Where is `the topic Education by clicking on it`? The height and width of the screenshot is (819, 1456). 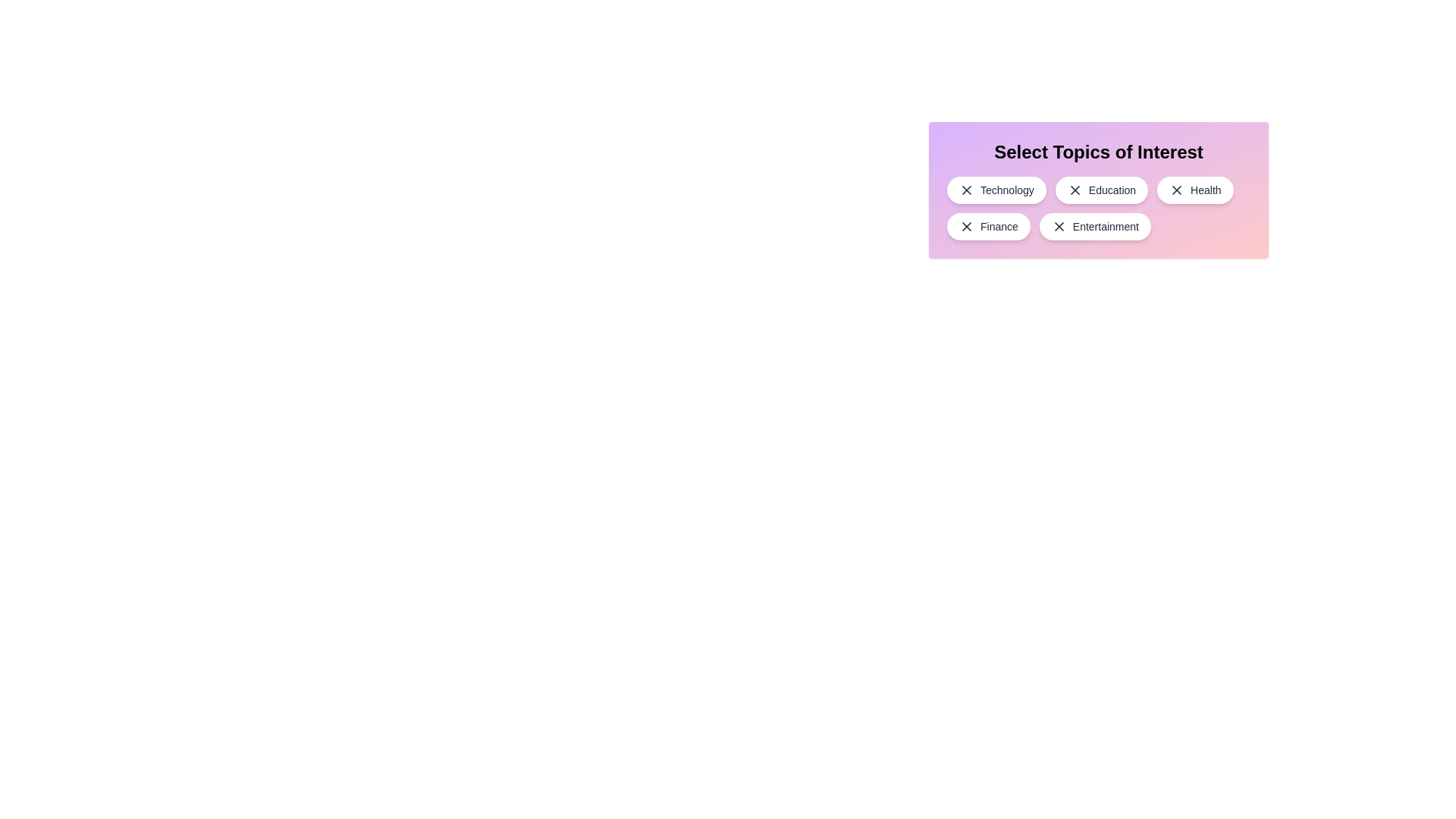 the topic Education by clicking on it is located at coordinates (1102, 189).